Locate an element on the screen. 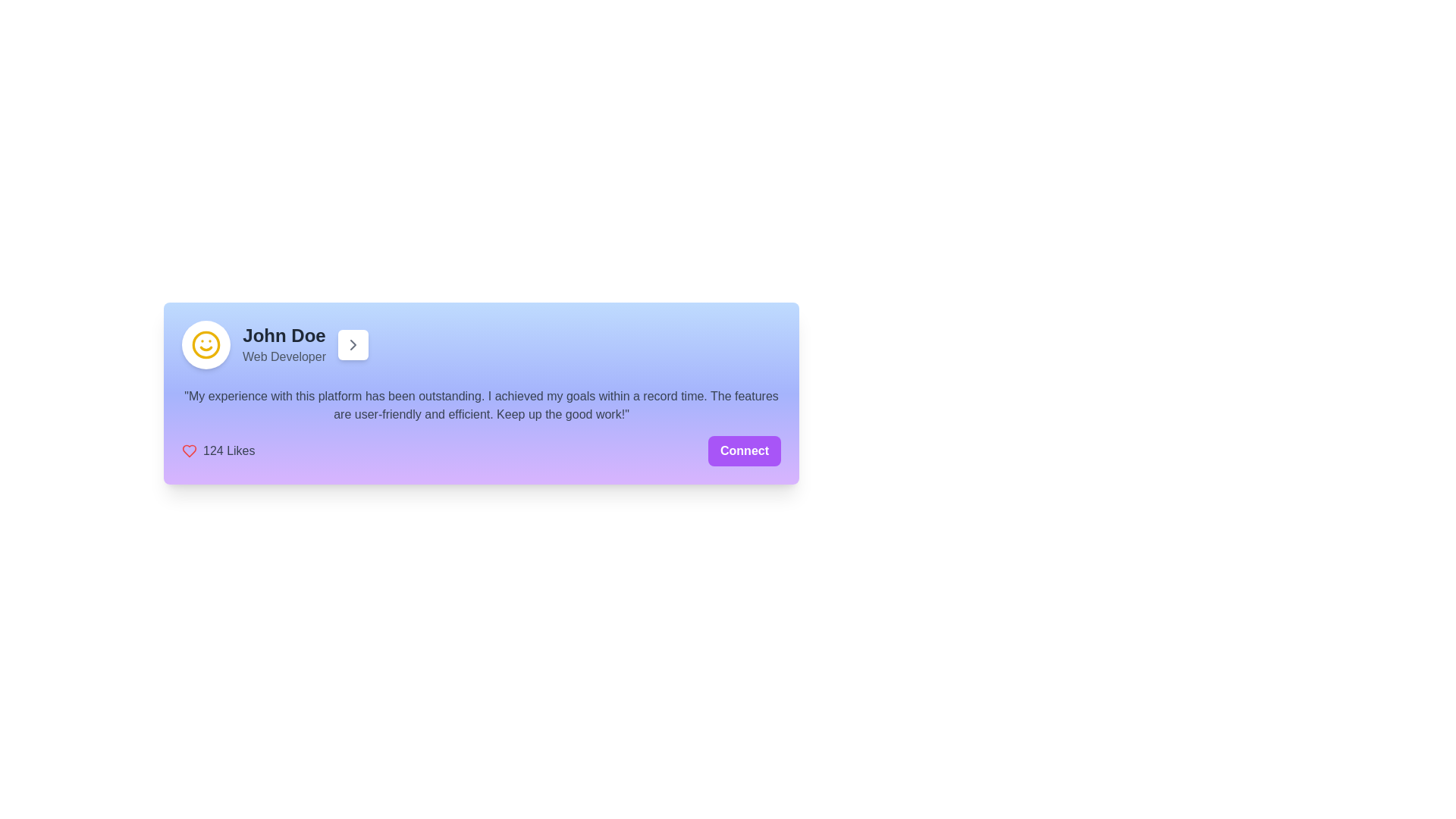 This screenshot has height=819, width=1456. the testimonial text block located centrally in the lower middle section of the card, beneath 'John Doe, Web Developer' and above '124 Likes' and the 'Connect' button is located at coordinates (480, 405).